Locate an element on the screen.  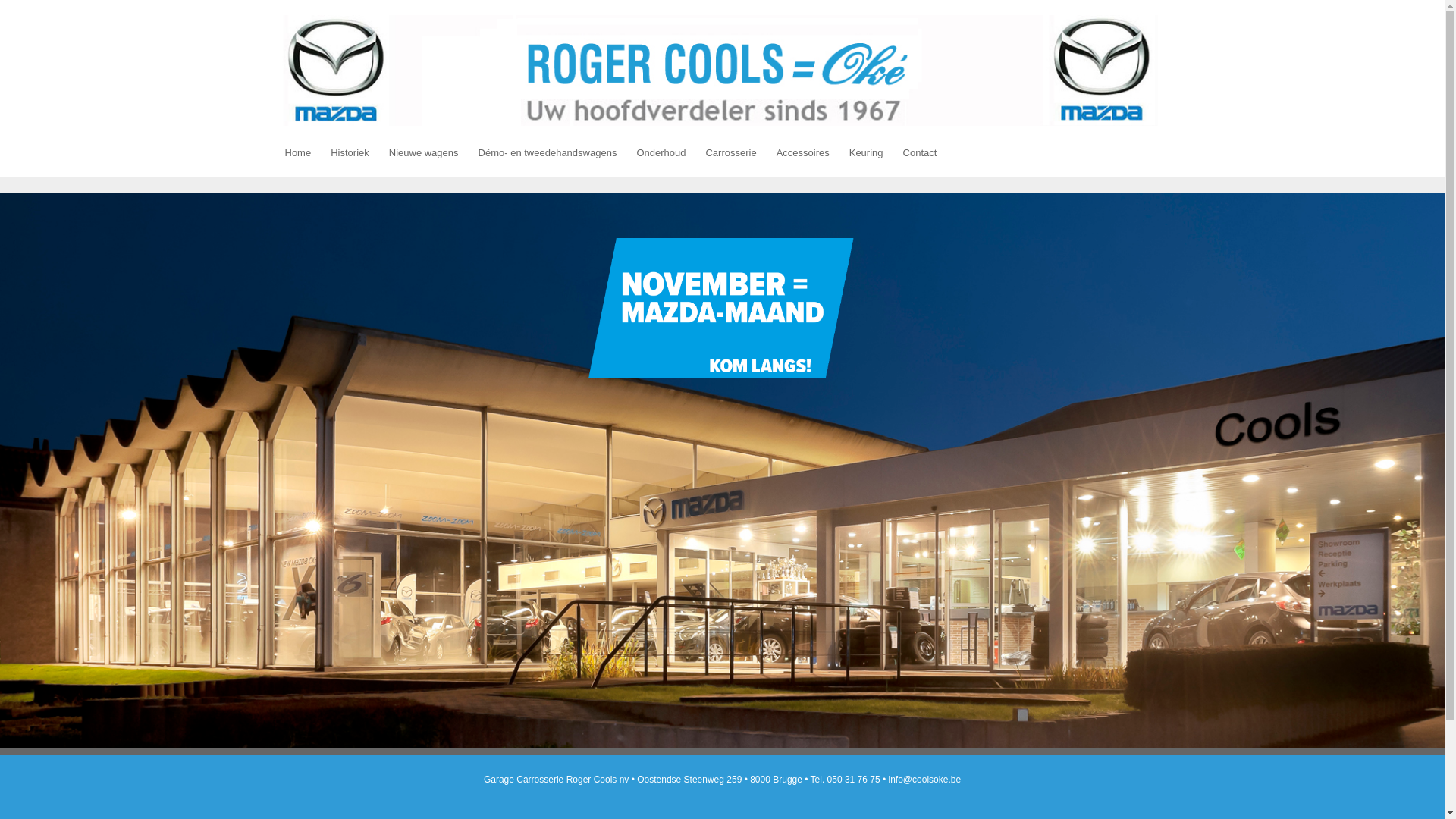
'Home' is located at coordinates (297, 153).